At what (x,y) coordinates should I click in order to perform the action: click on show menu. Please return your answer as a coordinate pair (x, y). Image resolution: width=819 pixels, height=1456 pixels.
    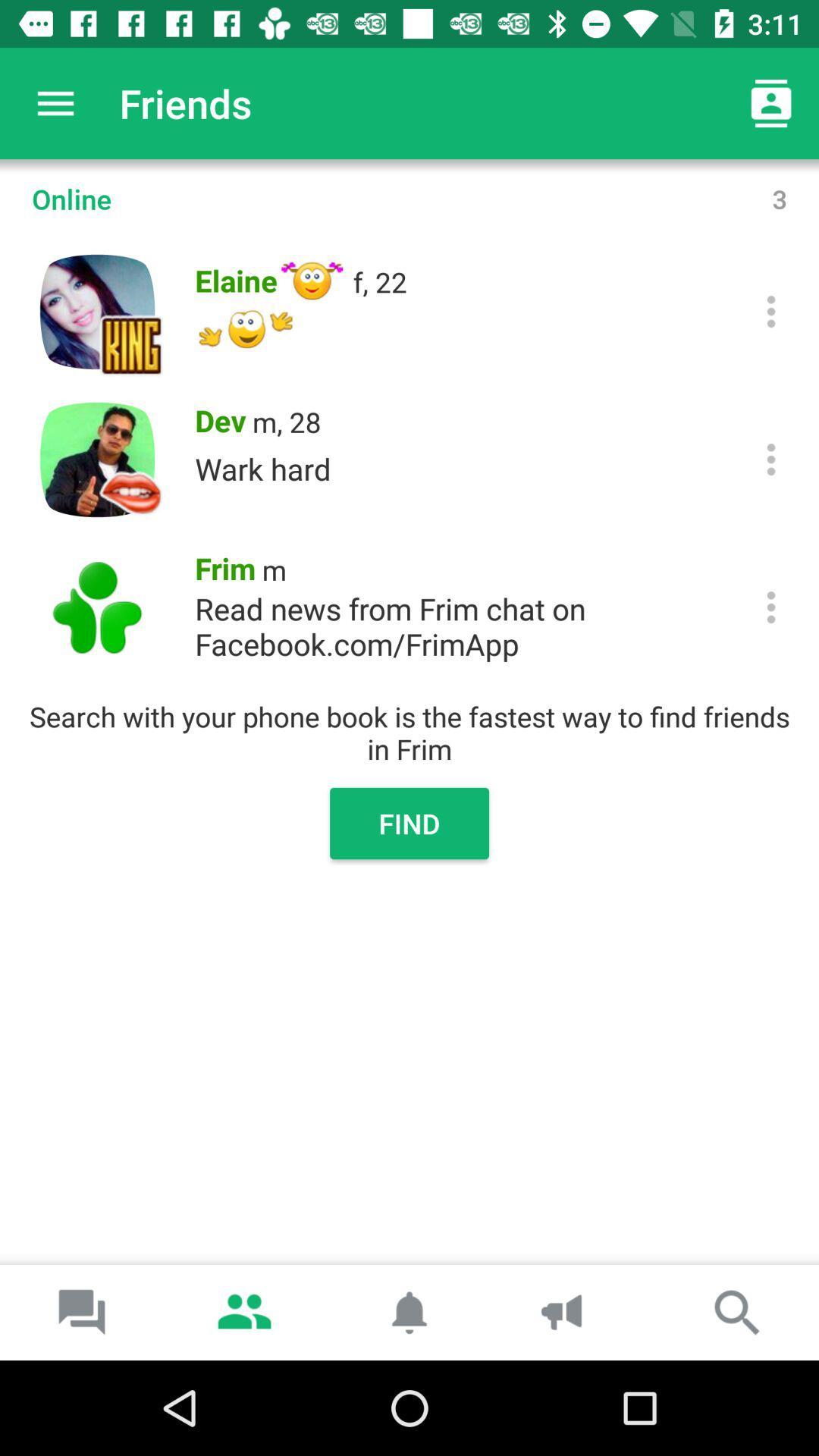
    Looking at the image, I should click on (771, 458).